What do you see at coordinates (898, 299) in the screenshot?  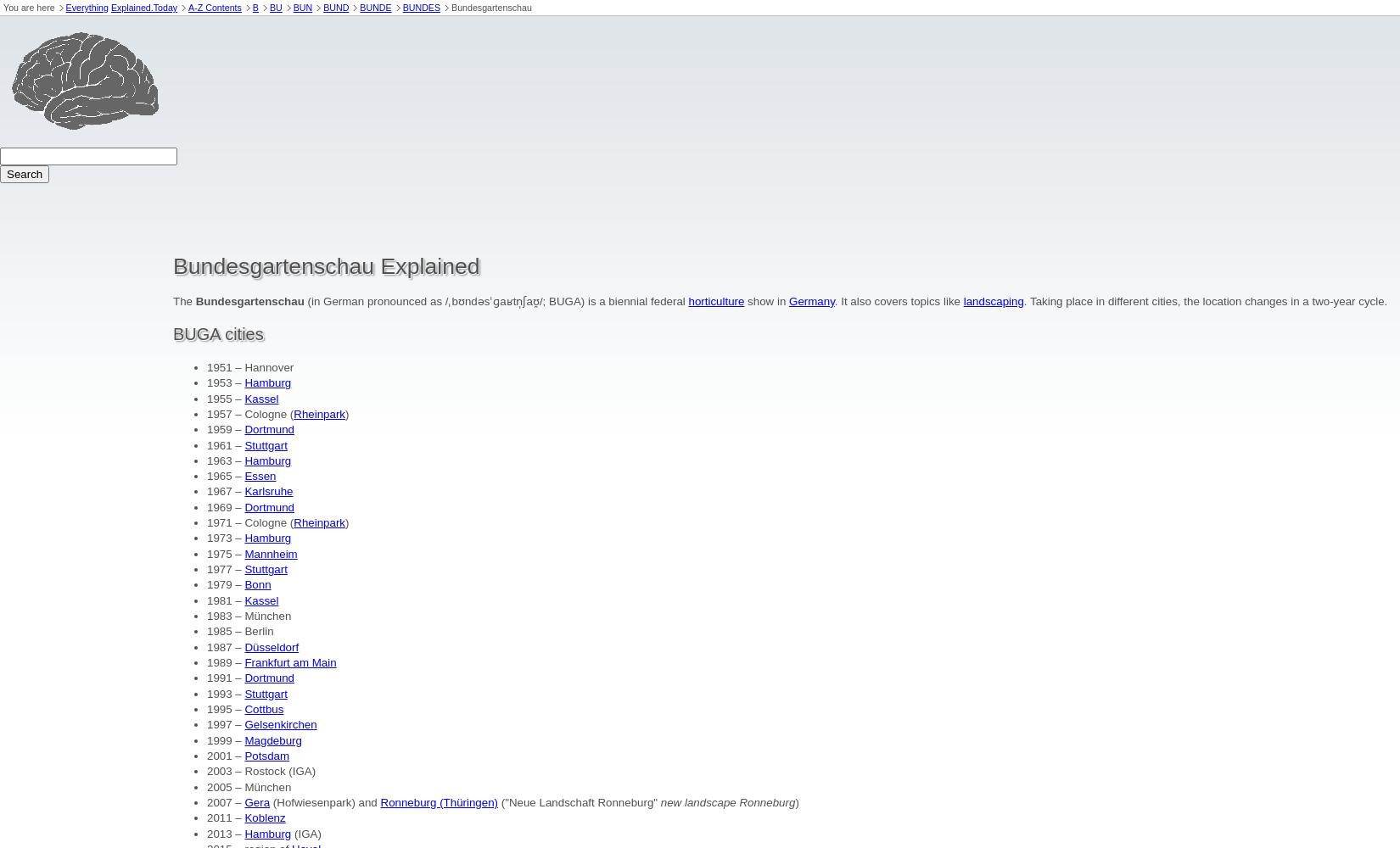 I see `'. It also covers topics like'` at bounding box center [898, 299].